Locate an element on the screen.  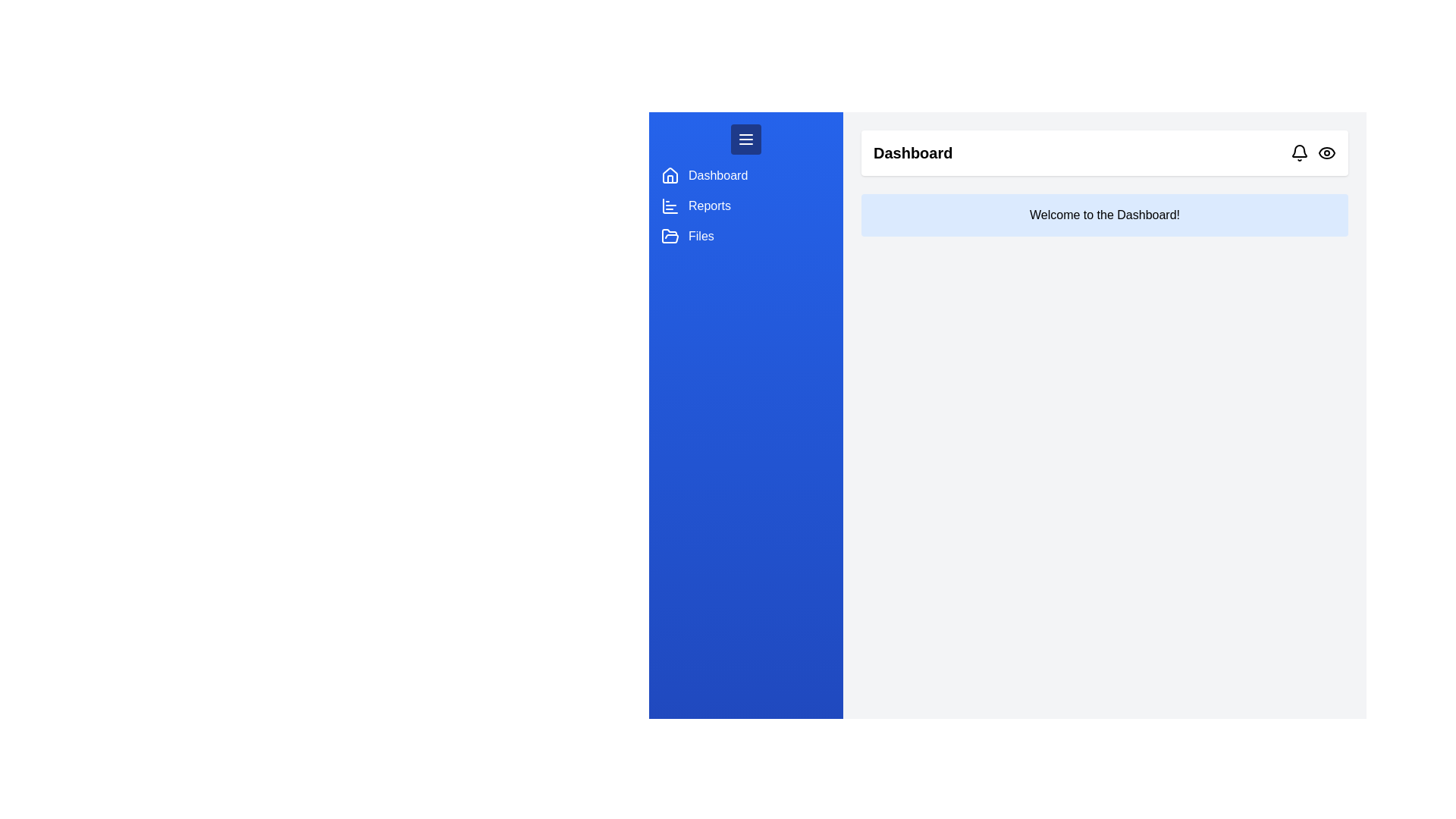
the folder icon located in the left navigation bar, which is the third icon from the top and represents the 'Files' section is located at coordinates (669, 237).